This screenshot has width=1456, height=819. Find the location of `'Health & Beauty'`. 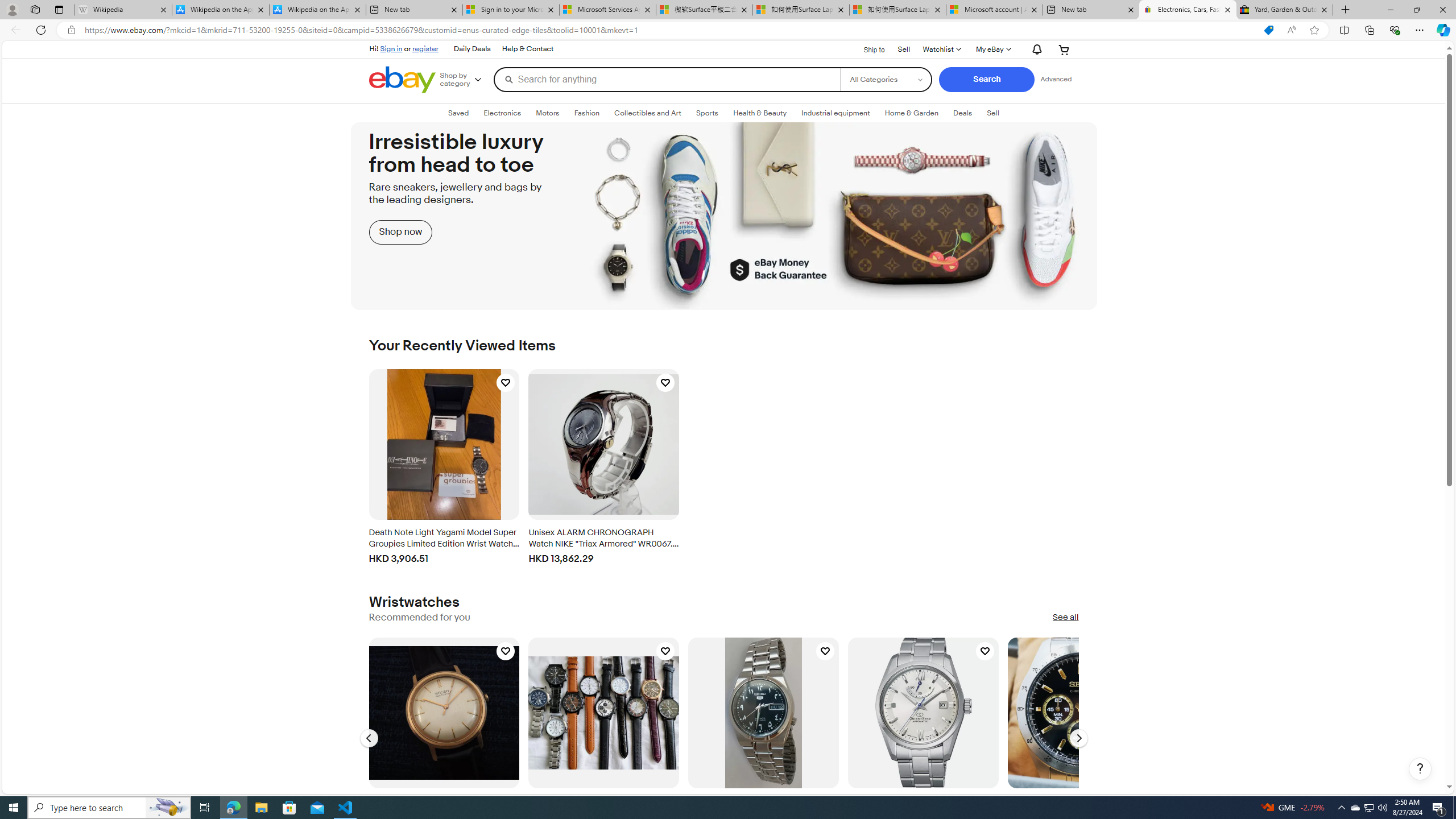

'Health & Beauty' is located at coordinates (760, 113).